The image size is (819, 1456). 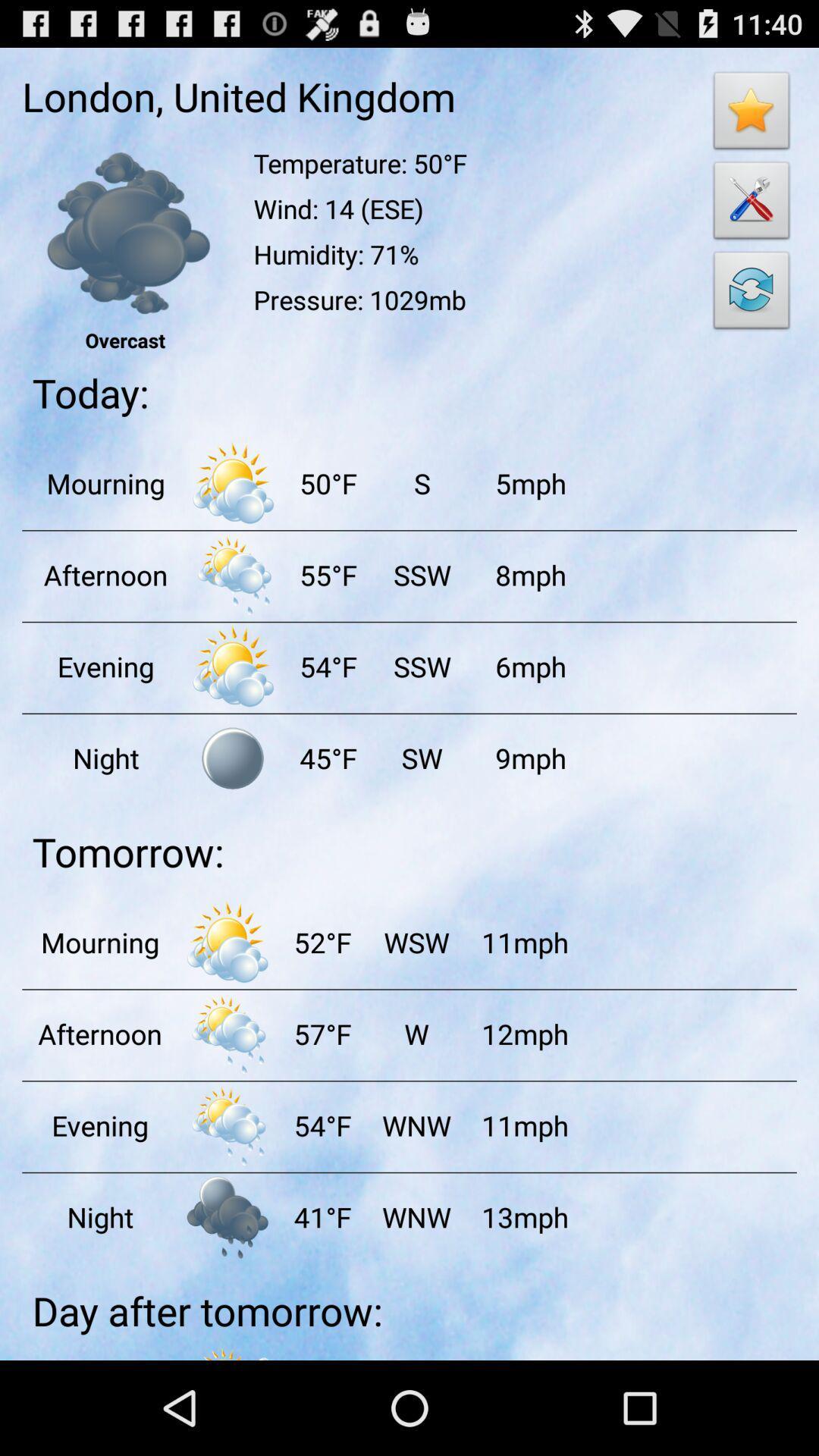 What do you see at coordinates (422, 482) in the screenshot?
I see `app to the left of the 5mph app` at bounding box center [422, 482].